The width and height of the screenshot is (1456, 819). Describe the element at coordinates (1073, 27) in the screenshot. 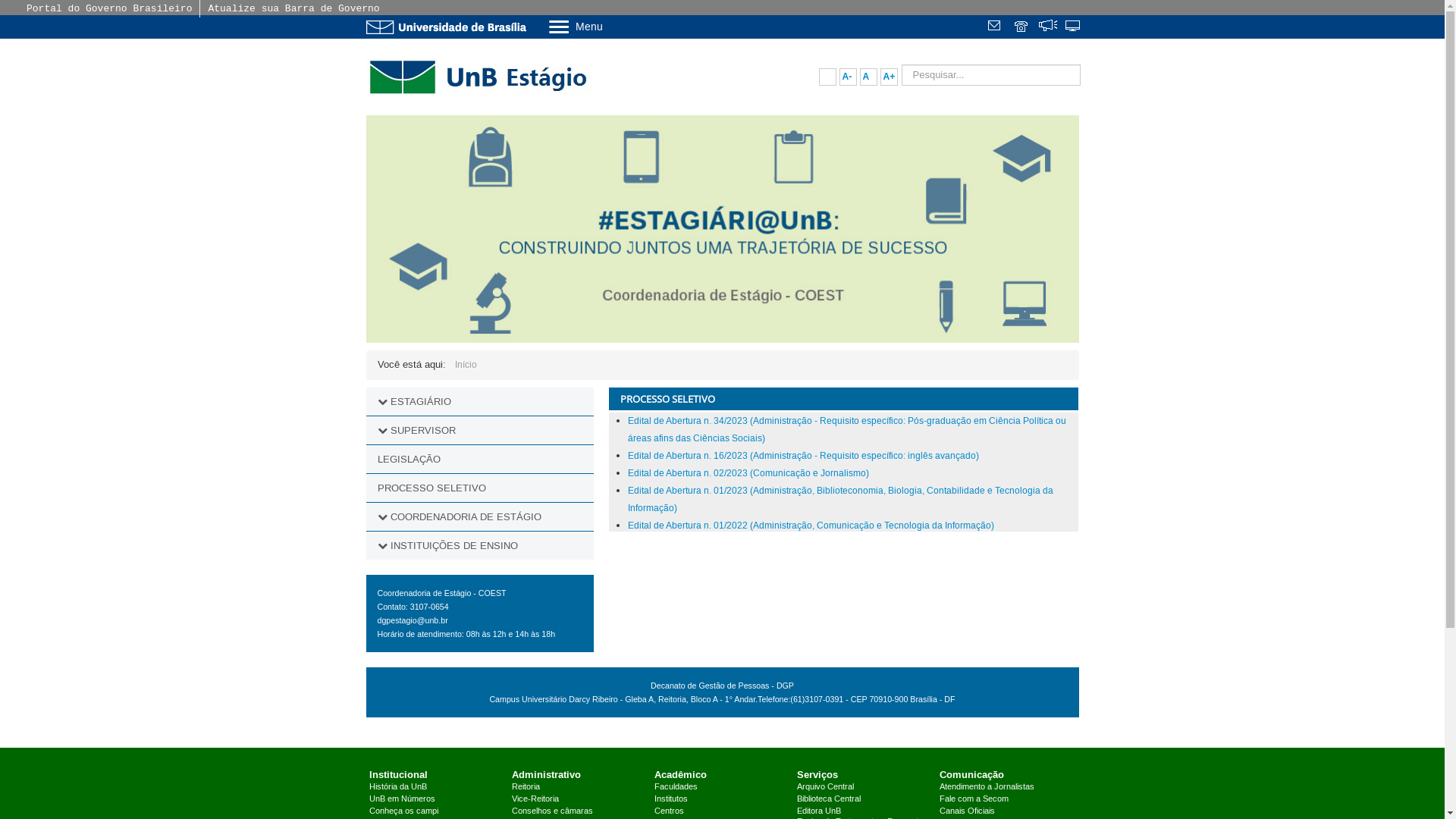

I see `'Sistemas'` at that location.